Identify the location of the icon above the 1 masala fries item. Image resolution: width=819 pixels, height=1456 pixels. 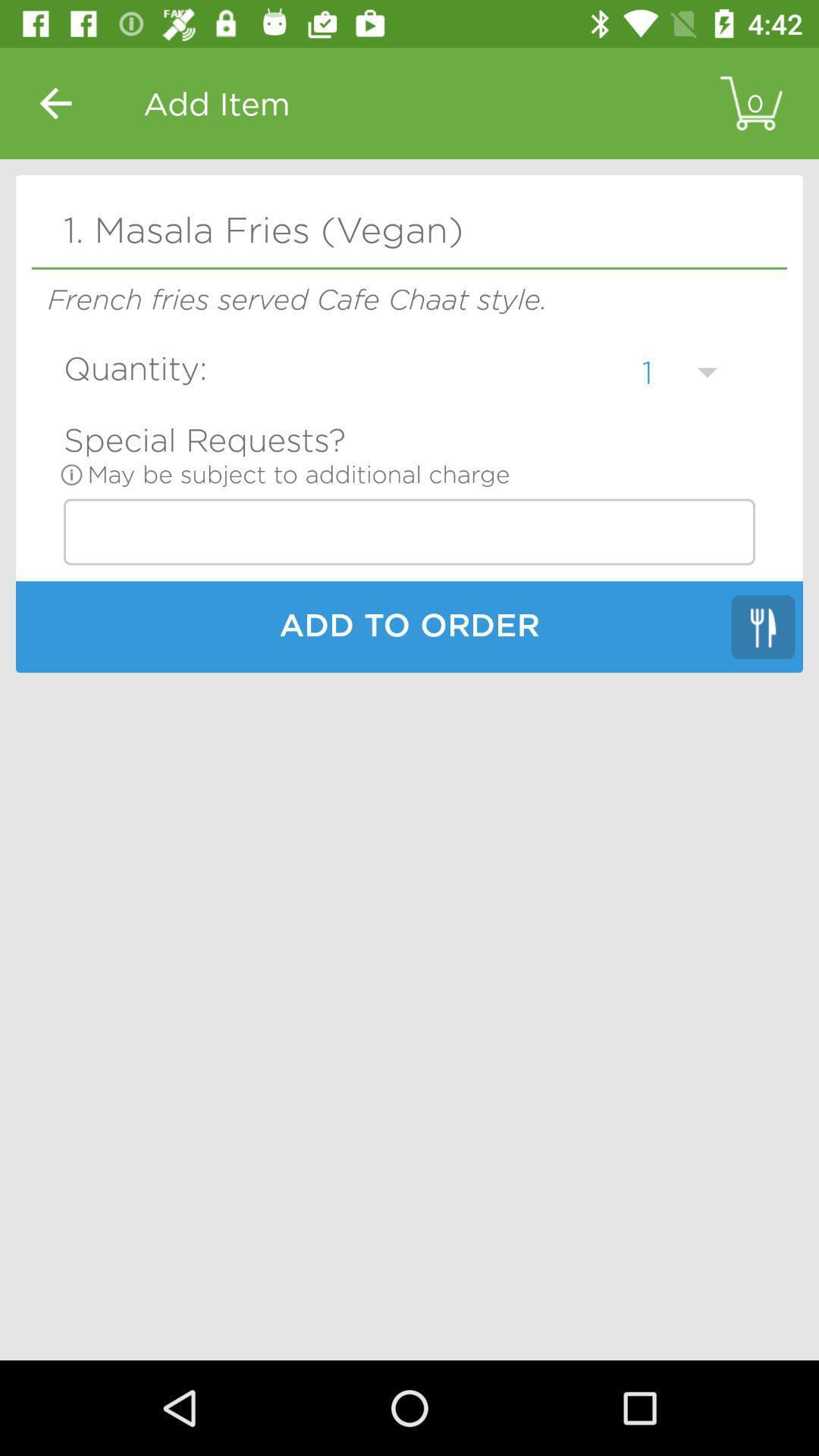
(55, 102).